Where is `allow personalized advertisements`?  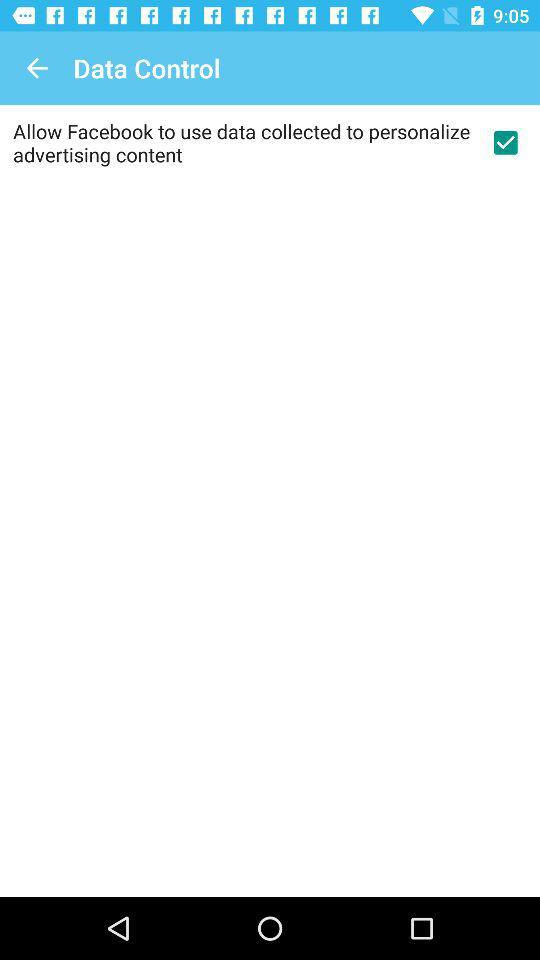 allow personalized advertisements is located at coordinates (504, 141).